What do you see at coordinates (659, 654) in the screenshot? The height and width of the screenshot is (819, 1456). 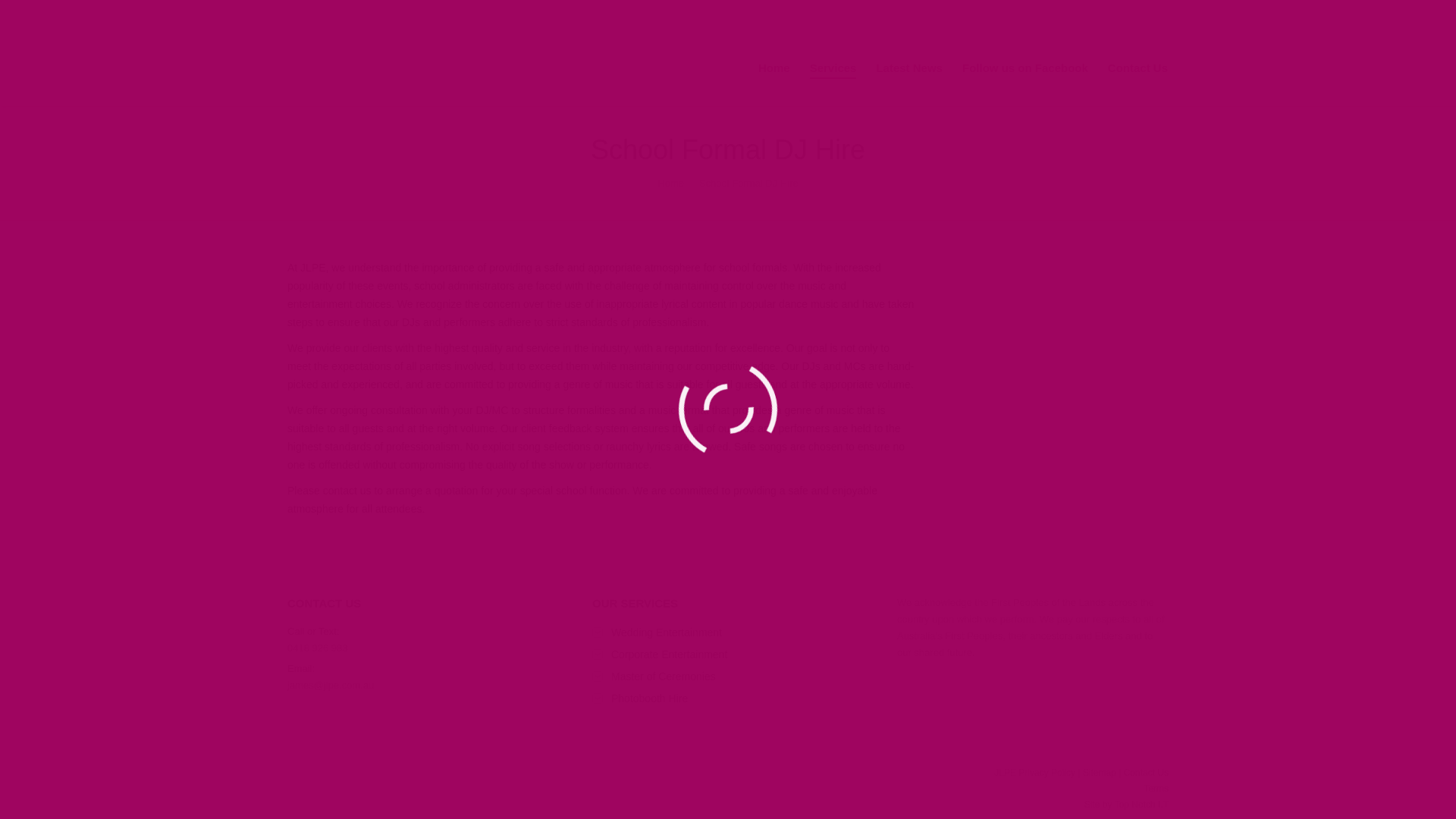 I see `'Corporate Entertainment'` at bounding box center [659, 654].